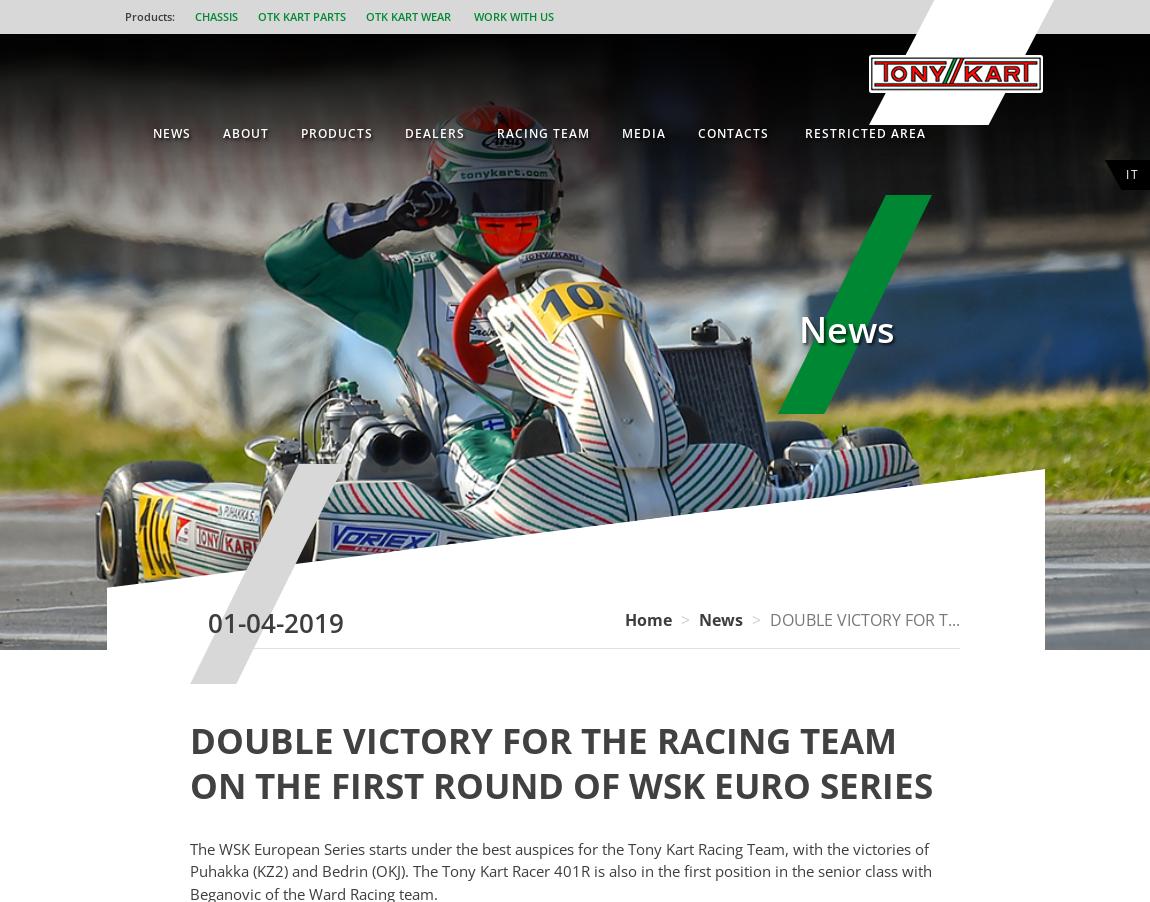 This screenshot has width=1150, height=902. I want to click on 'DOUBLE VICTORY FOR T...', so click(865, 619).